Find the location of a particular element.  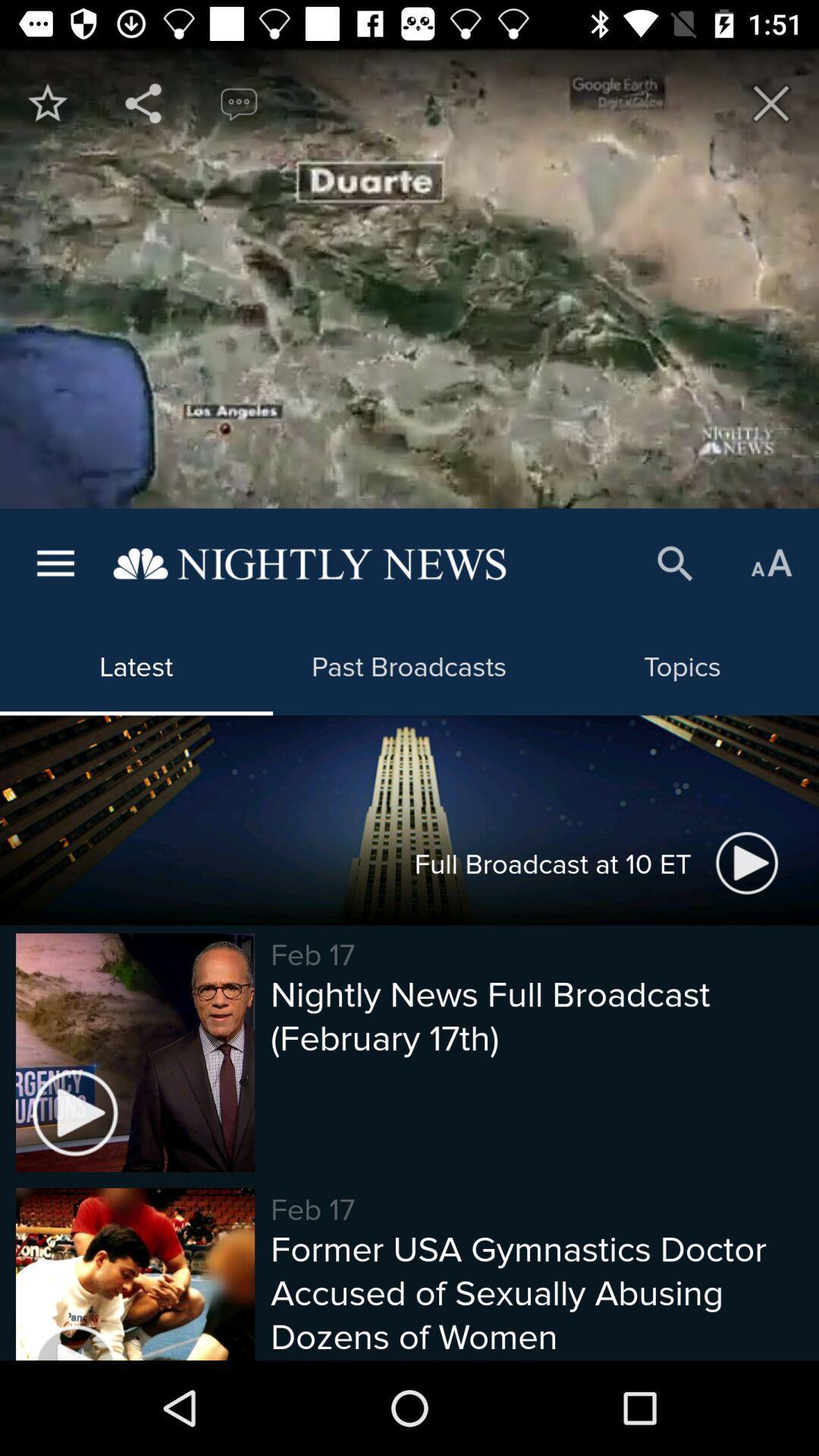

share app is located at coordinates (143, 102).